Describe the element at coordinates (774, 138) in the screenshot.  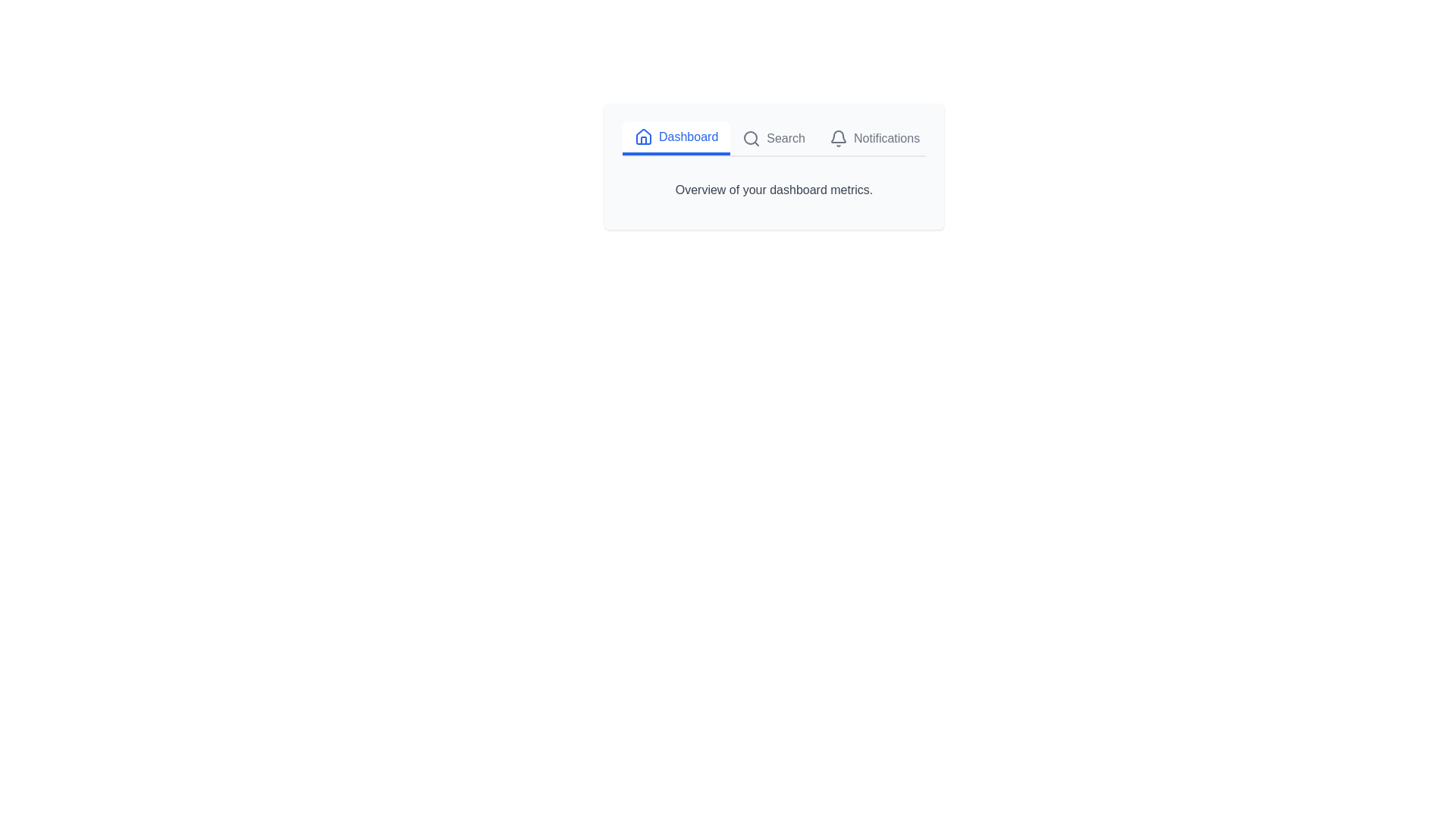
I see `the tab Search to observe the hover effect` at that location.